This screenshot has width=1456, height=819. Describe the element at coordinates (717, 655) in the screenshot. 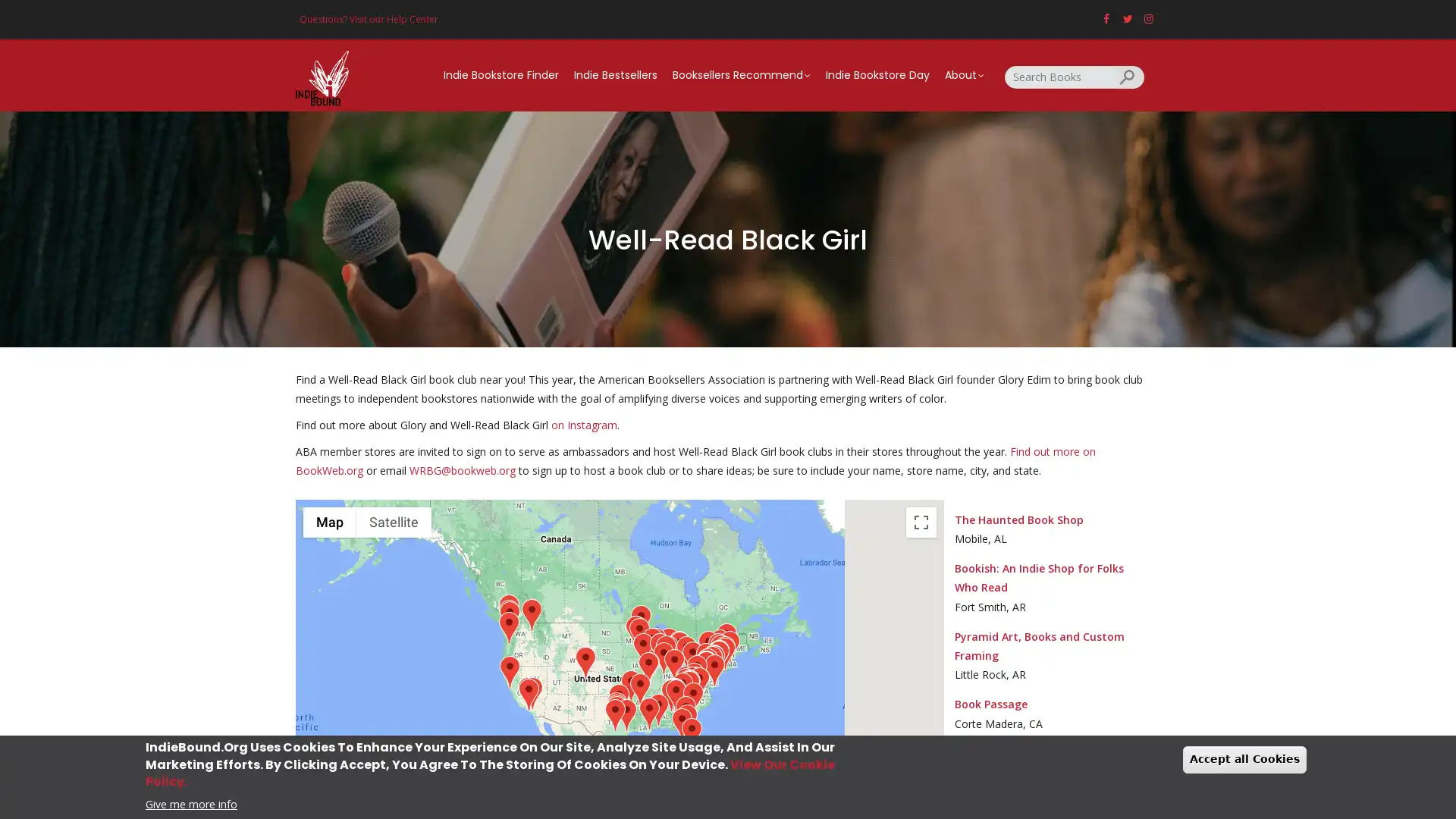

I see `WORD Jersey City` at that location.